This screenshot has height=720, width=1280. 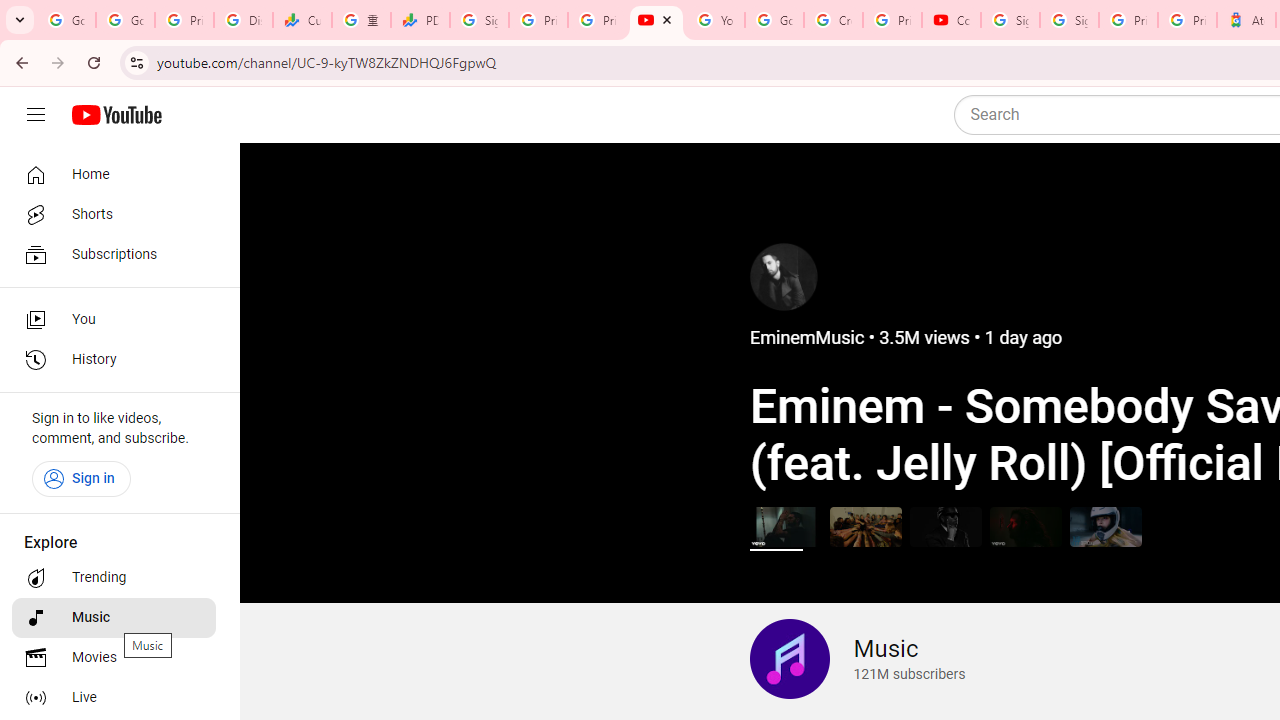 What do you see at coordinates (112, 360) in the screenshot?
I see `'History'` at bounding box center [112, 360].